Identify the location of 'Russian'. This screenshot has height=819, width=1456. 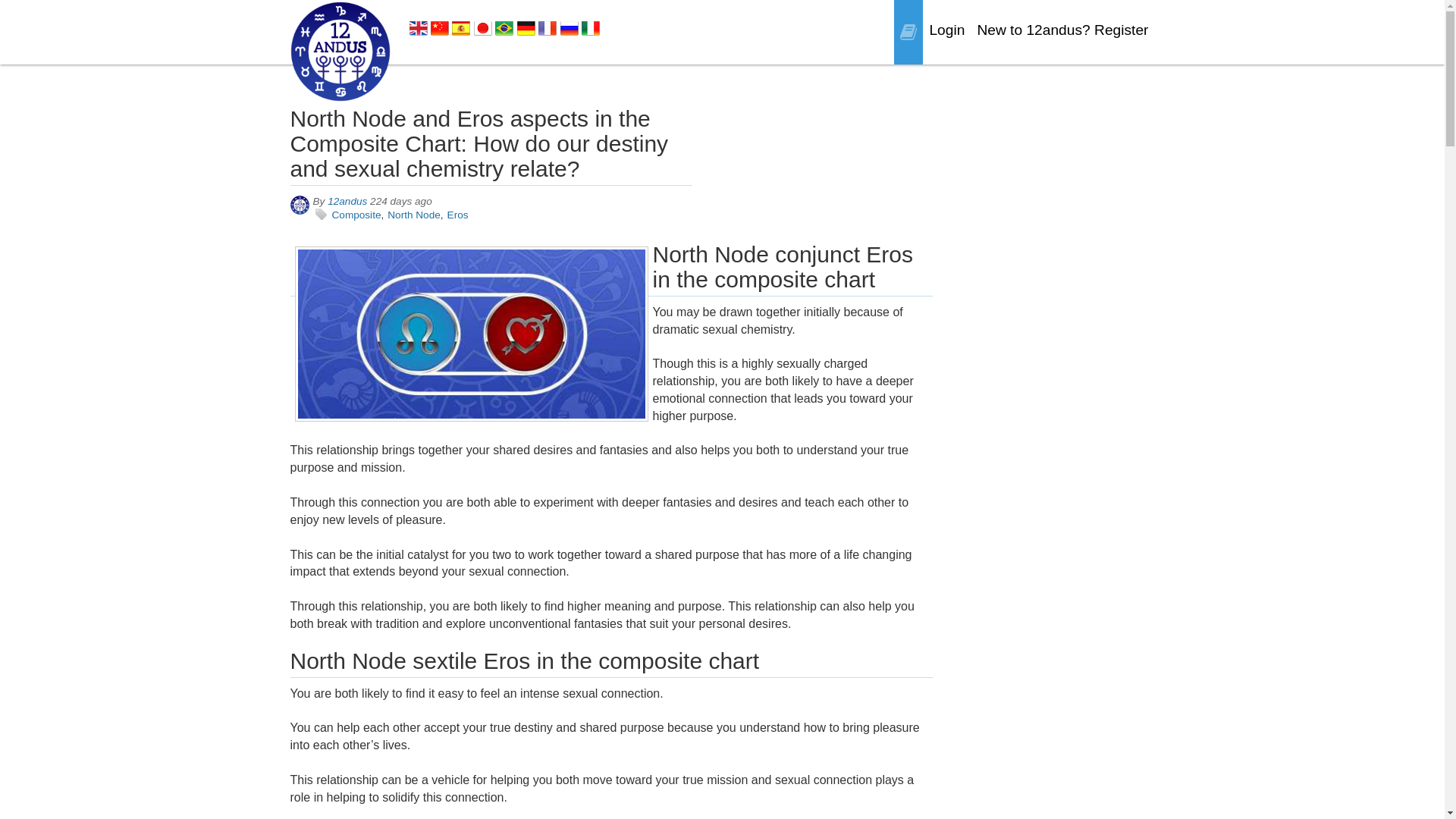
(568, 27).